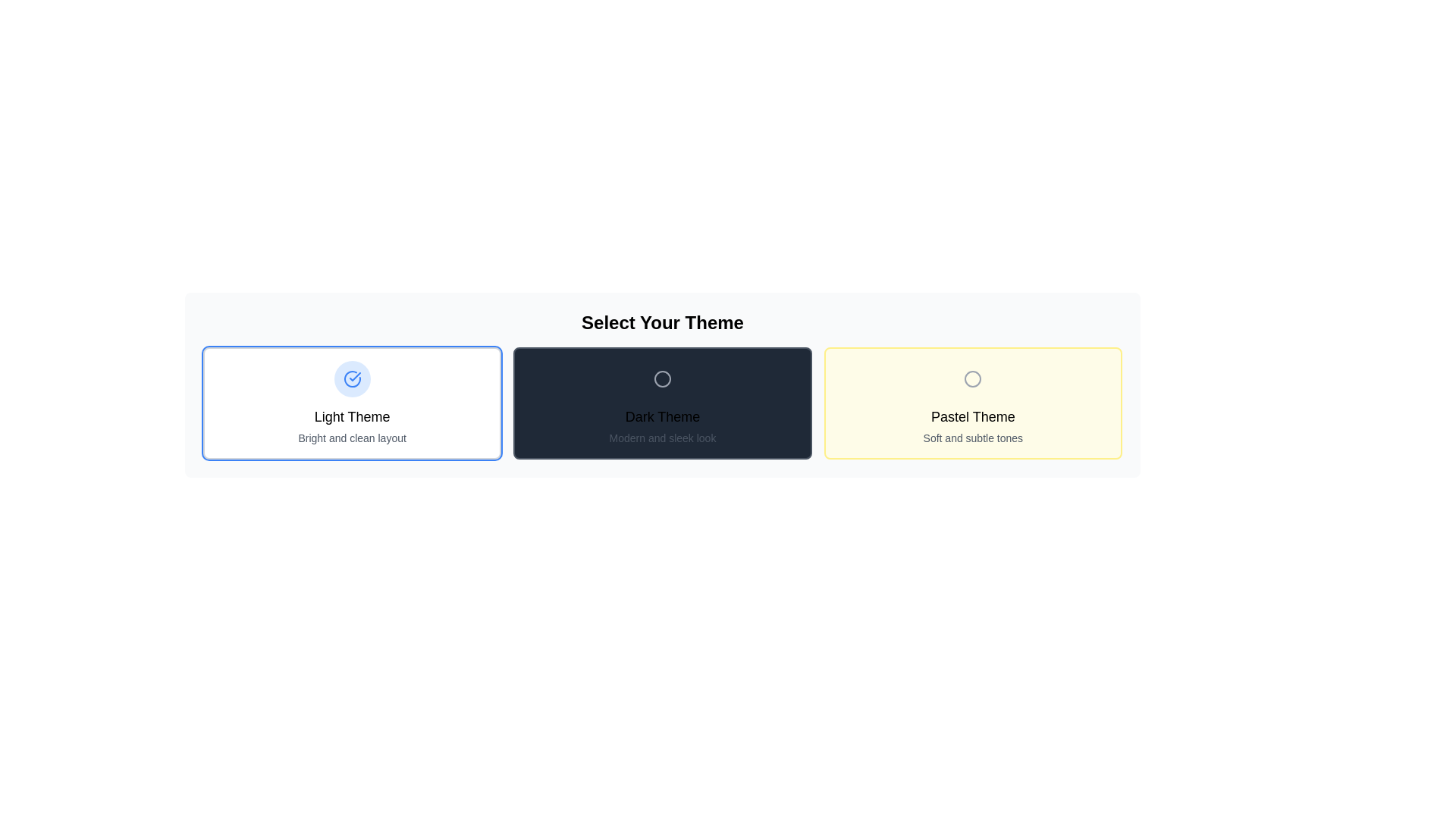 This screenshot has width=1456, height=819. Describe the element at coordinates (351, 378) in the screenshot. I see `the icon that indicates the selection status of the 'Light Theme' option, which is positioned in the top-center of the selection box` at that location.